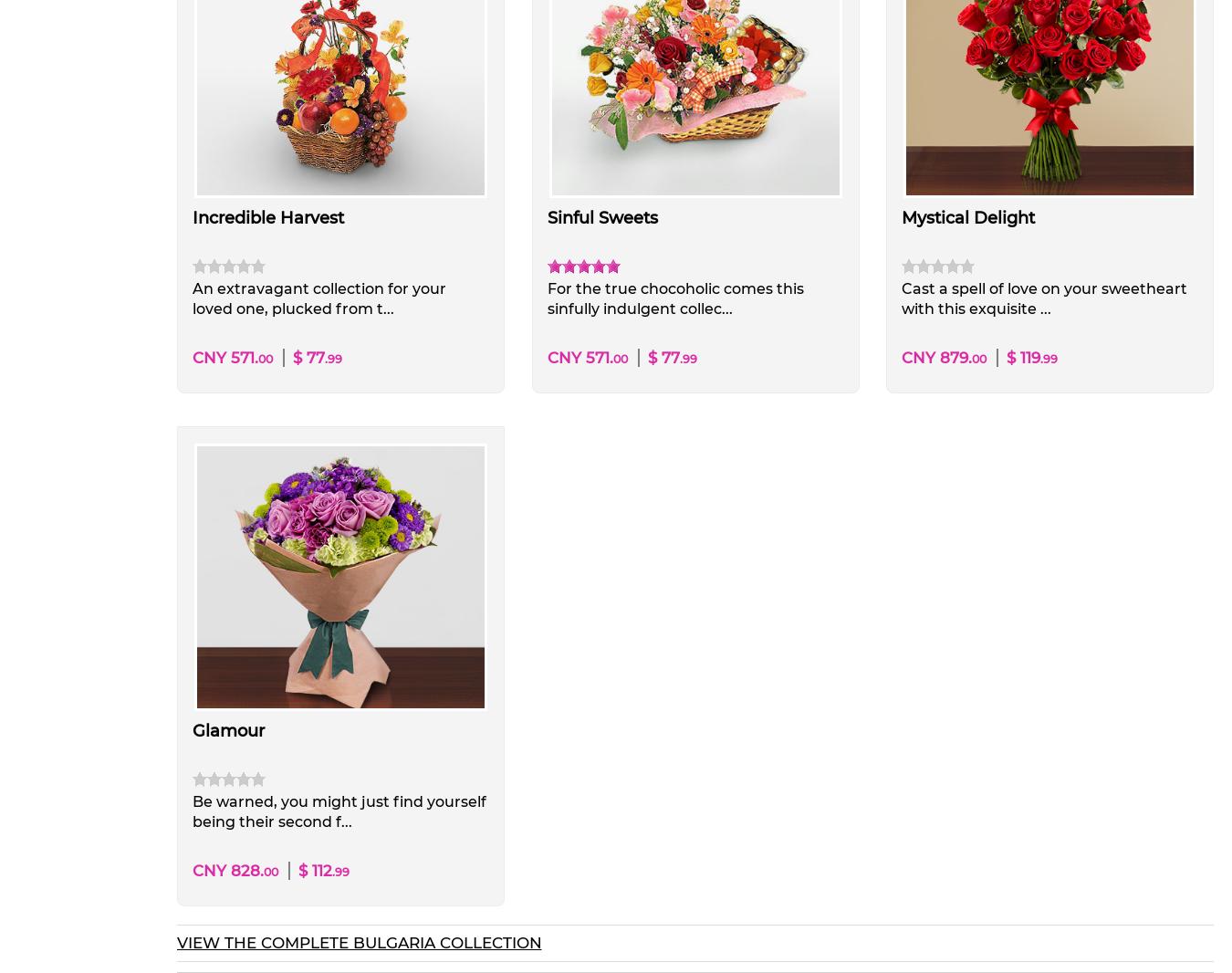 The width and height of the screenshot is (1232, 973). What do you see at coordinates (358, 942) in the screenshot?
I see `'VIEW THE COMPLETE BULGARIA COLLECTION'` at bounding box center [358, 942].